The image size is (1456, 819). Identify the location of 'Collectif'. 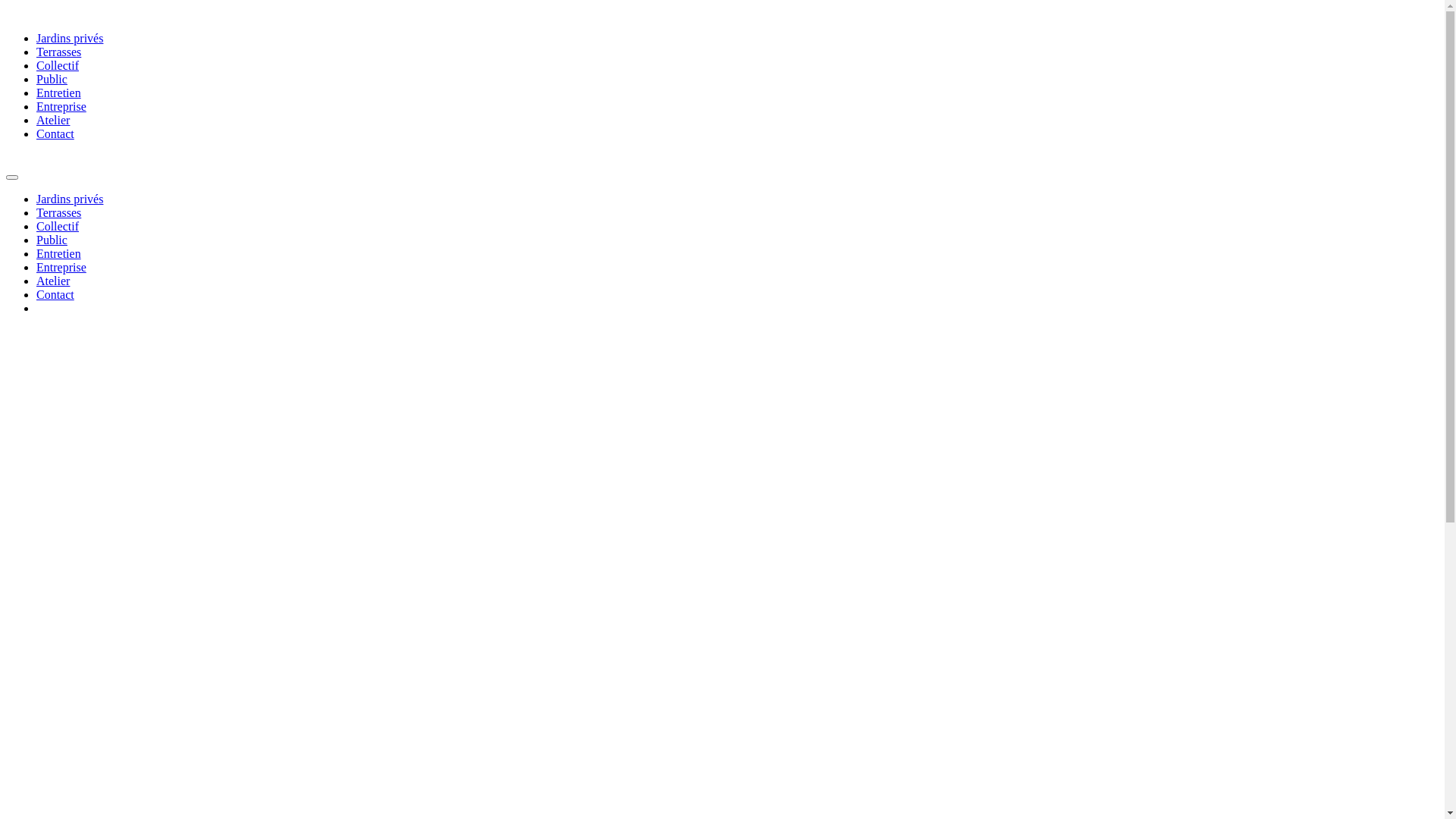
(58, 226).